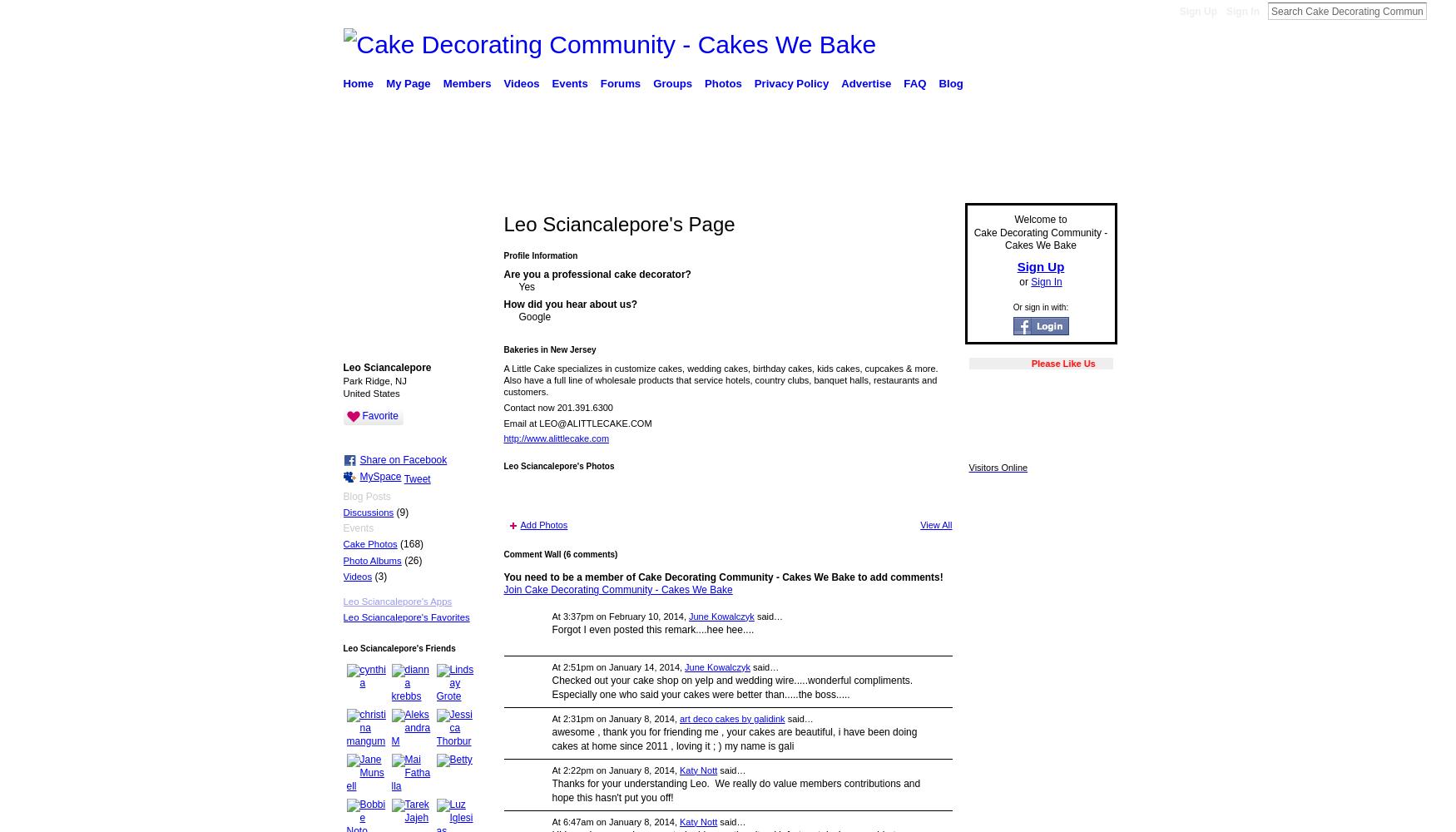  What do you see at coordinates (400, 560) in the screenshot?
I see `'(26)'` at bounding box center [400, 560].